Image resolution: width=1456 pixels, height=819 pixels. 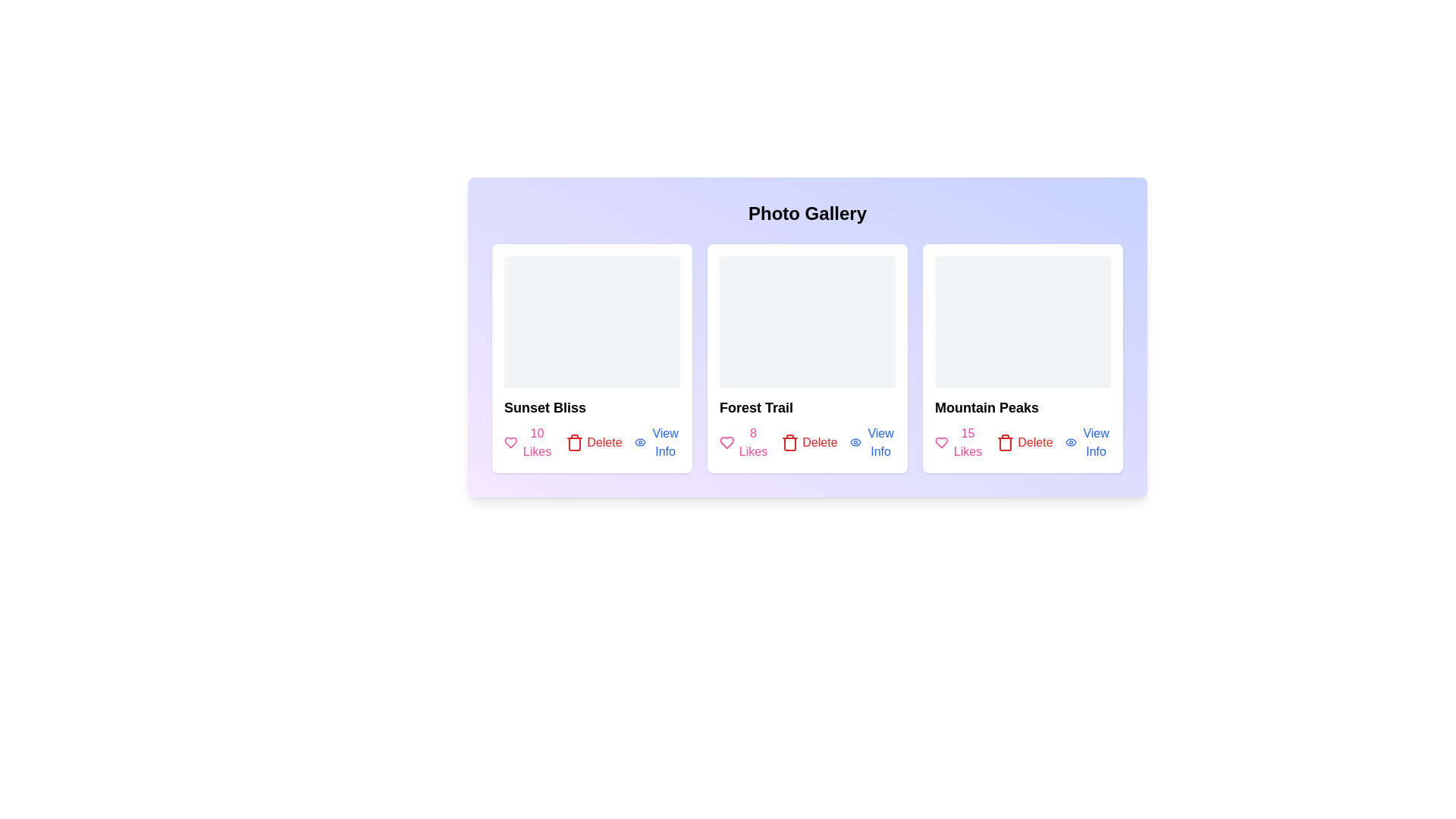 What do you see at coordinates (756, 406) in the screenshot?
I see `the title of the photo Forest Trail` at bounding box center [756, 406].